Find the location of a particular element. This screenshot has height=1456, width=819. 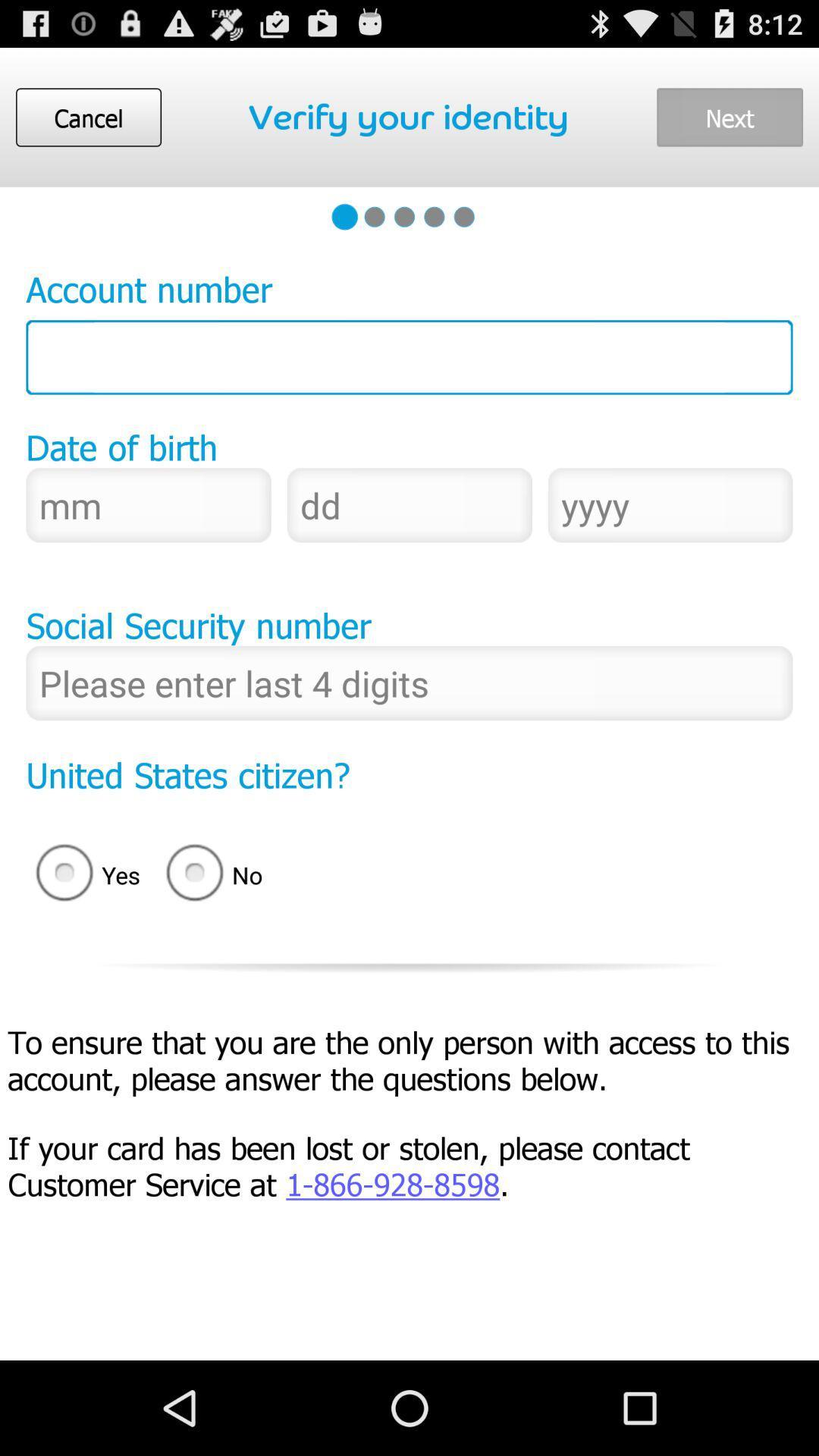

no item is located at coordinates (219, 875).